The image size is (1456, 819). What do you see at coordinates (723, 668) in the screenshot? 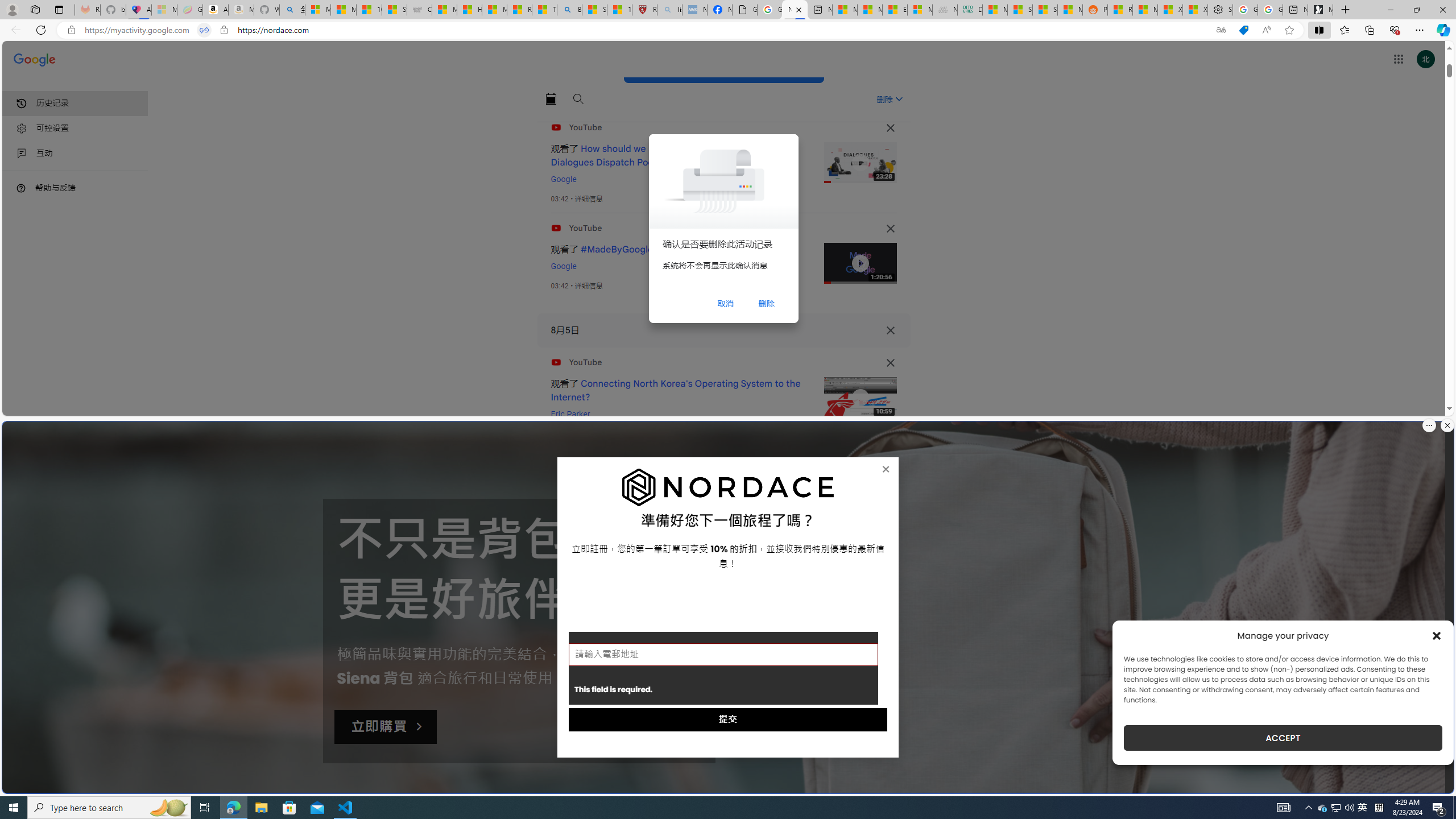
I see `'This field is required.'` at bounding box center [723, 668].